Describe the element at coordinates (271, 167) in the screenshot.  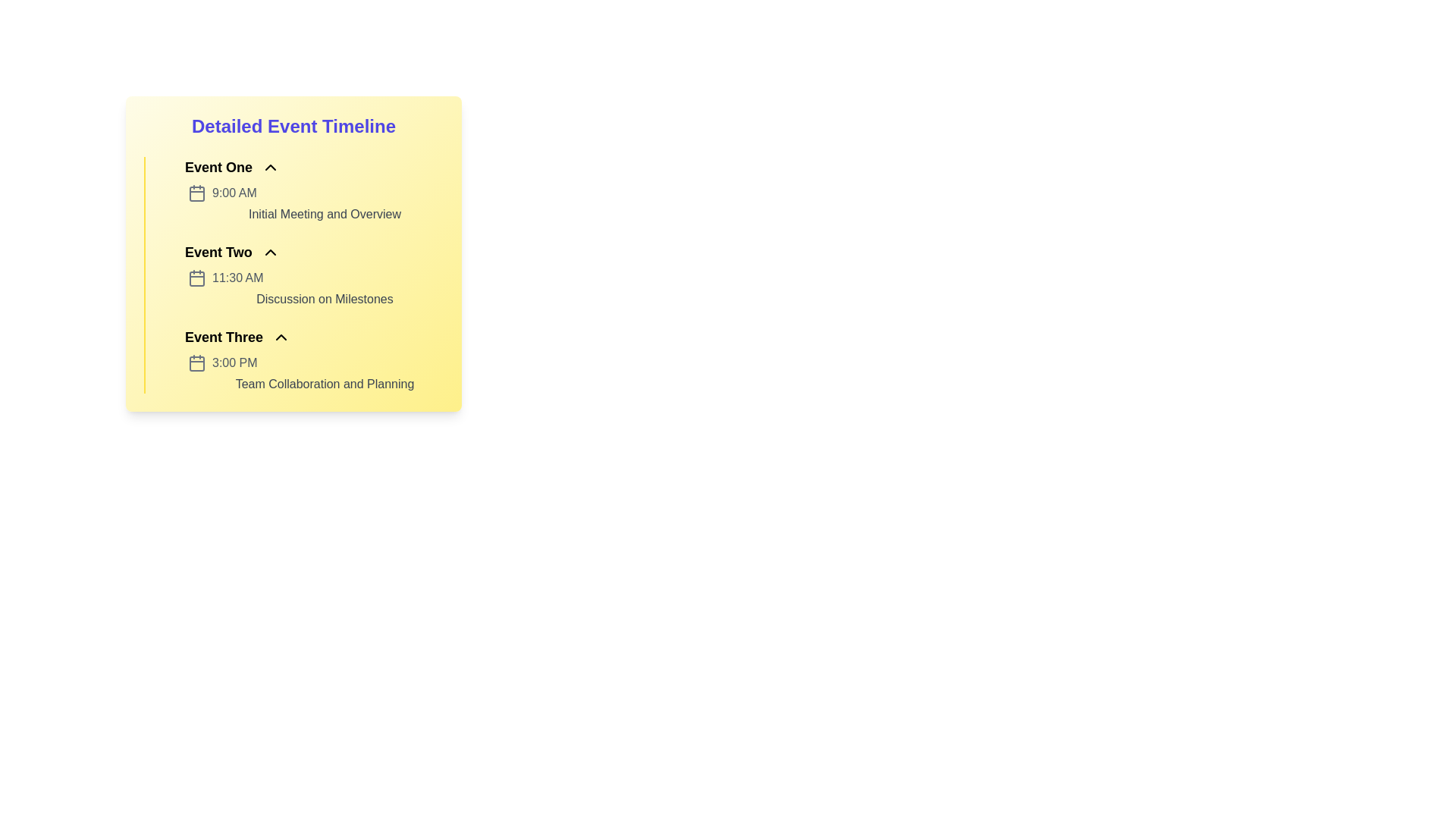
I see `the upward-pointing chevron icon located to the right of the text 'Event One' in the timeline` at that location.